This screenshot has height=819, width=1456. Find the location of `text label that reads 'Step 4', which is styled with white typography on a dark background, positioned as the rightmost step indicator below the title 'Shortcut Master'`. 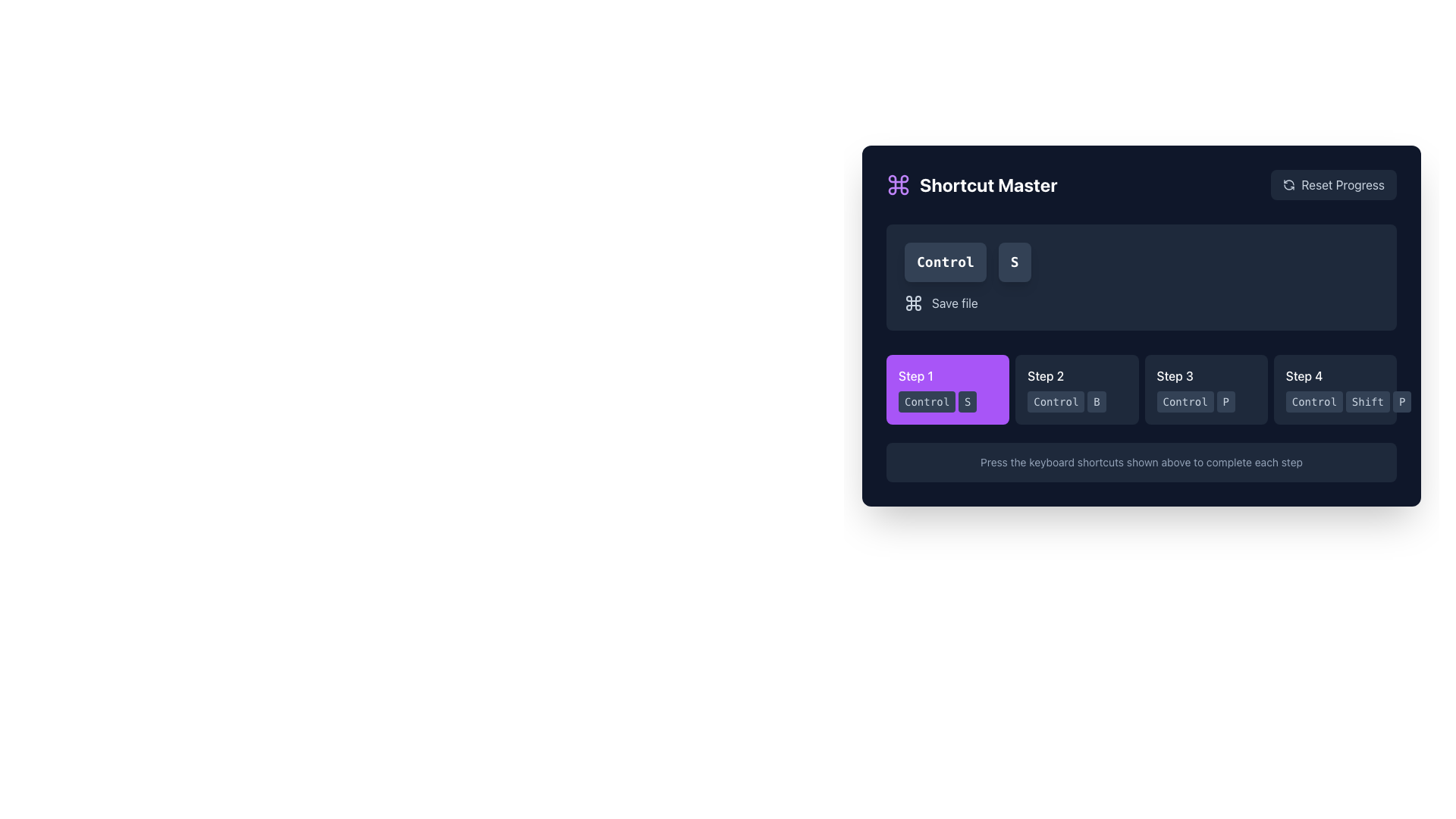

text label that reads 'Step 4', which is styled with white typography on a dark background, positioned as the rightmost step indicator below the title 'Shortcut Master' is located at coordinates (1304, 375).